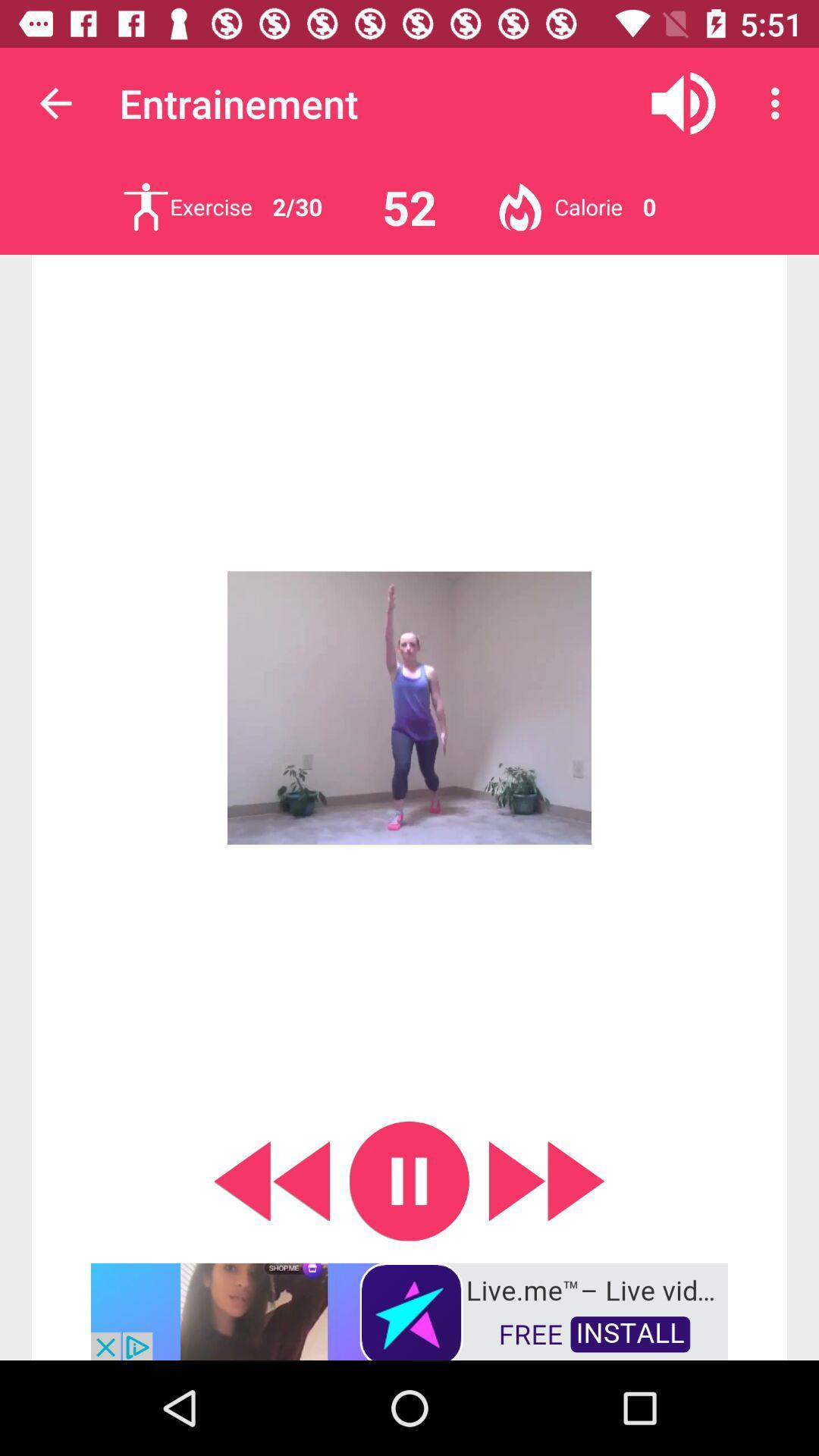  Describe the element at coordinates (146, 206) in the screenshot. I see `exercise list` at that location.